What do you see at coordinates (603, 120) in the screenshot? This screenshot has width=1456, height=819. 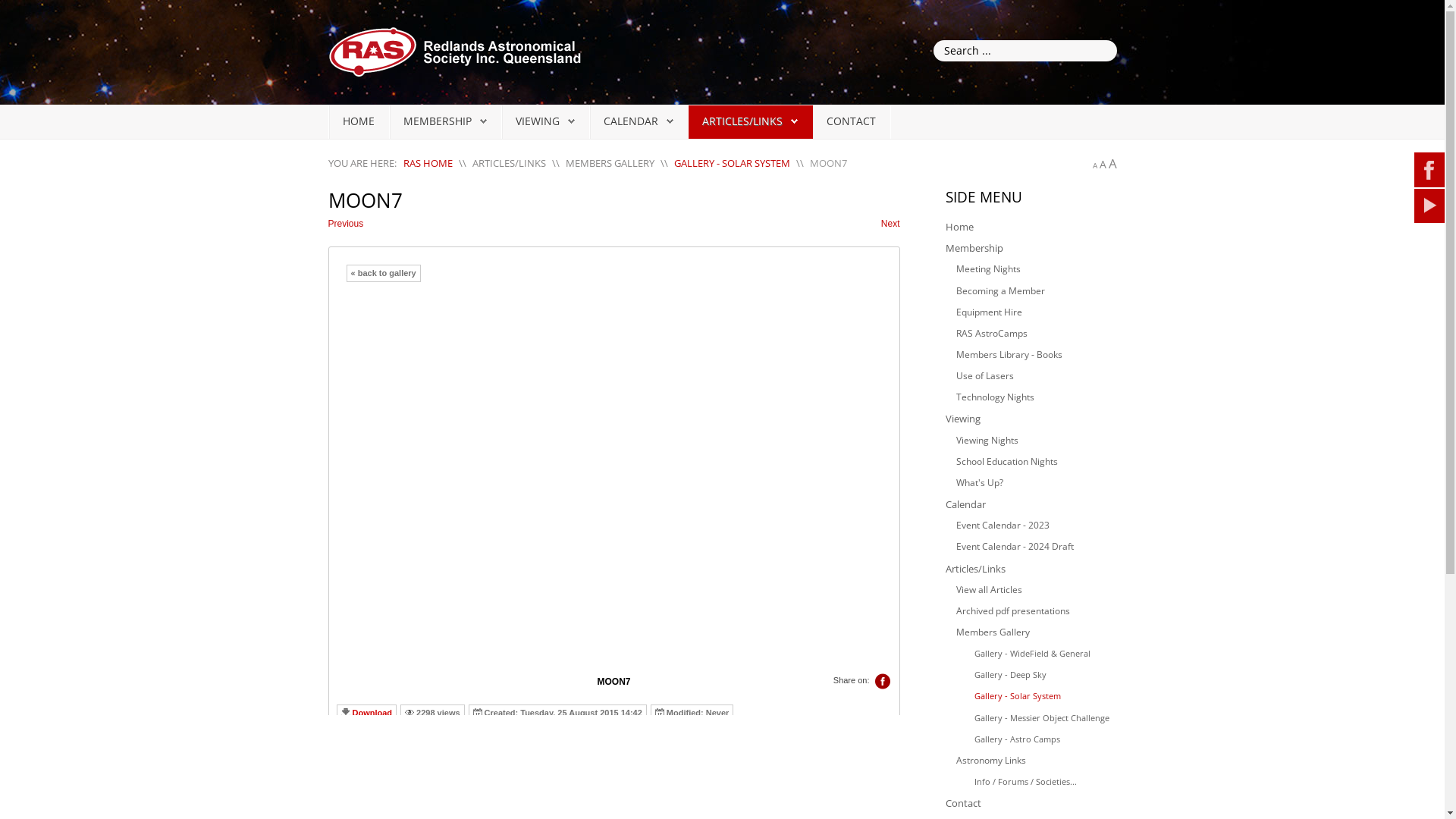 I see `'CALENDAR'` at bounding box center [603, 120].